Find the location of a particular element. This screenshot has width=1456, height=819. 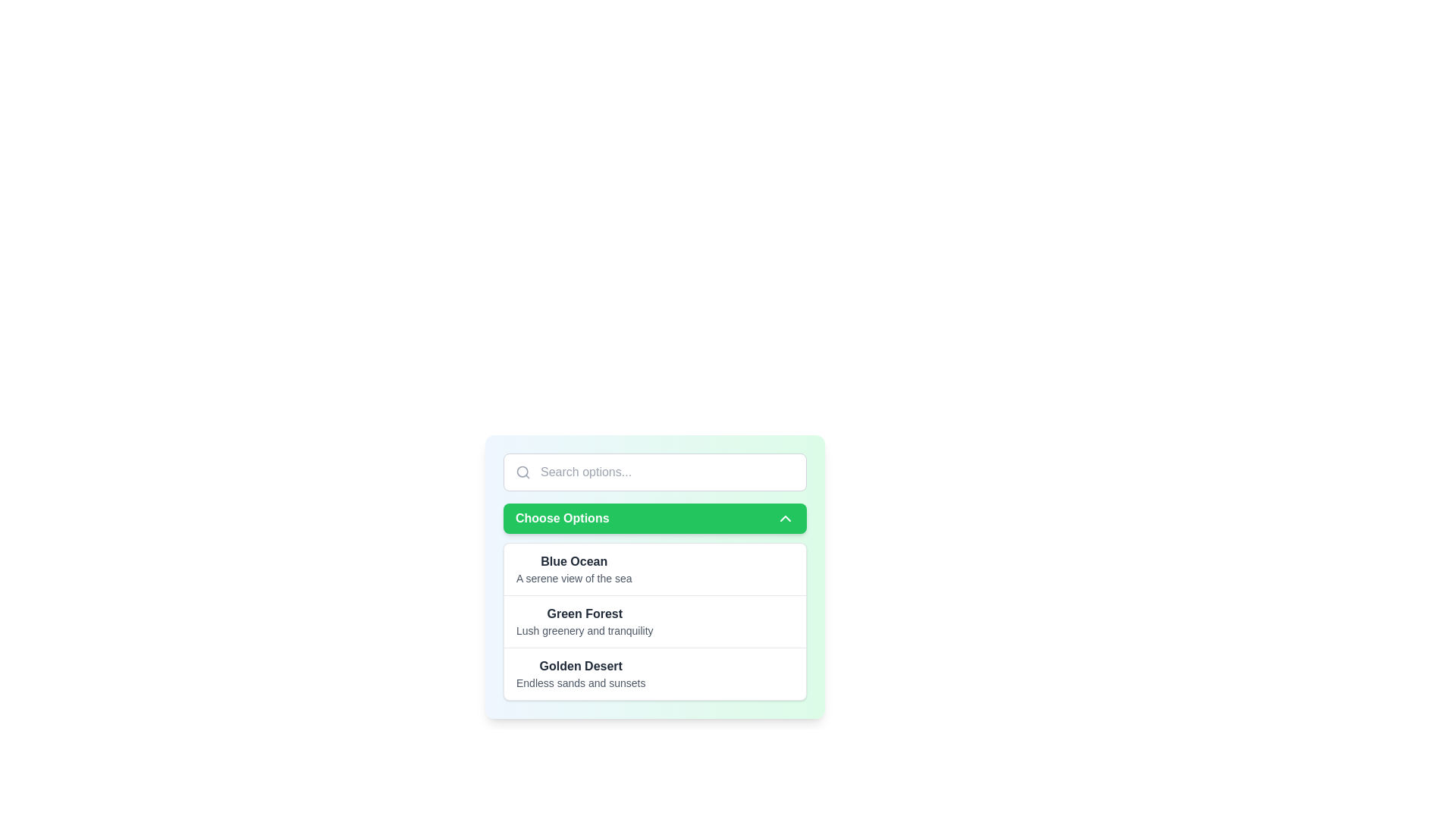

the last selectable item in the dropdown menu labeled 'Choose Options' is located at coordinates (655, 672).